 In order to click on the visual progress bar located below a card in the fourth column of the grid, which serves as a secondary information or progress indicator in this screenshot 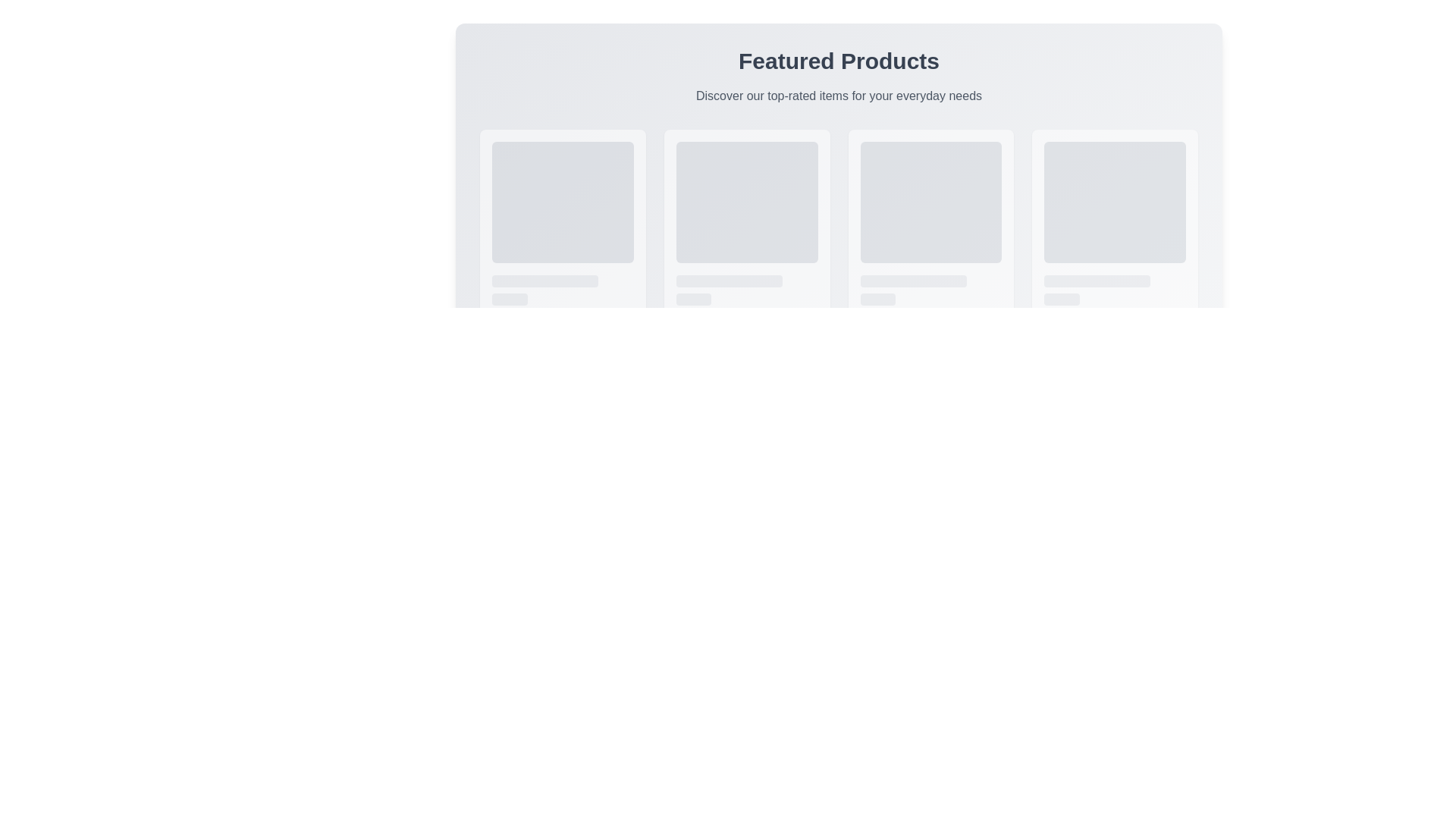, I will do `click(877, 299)`.